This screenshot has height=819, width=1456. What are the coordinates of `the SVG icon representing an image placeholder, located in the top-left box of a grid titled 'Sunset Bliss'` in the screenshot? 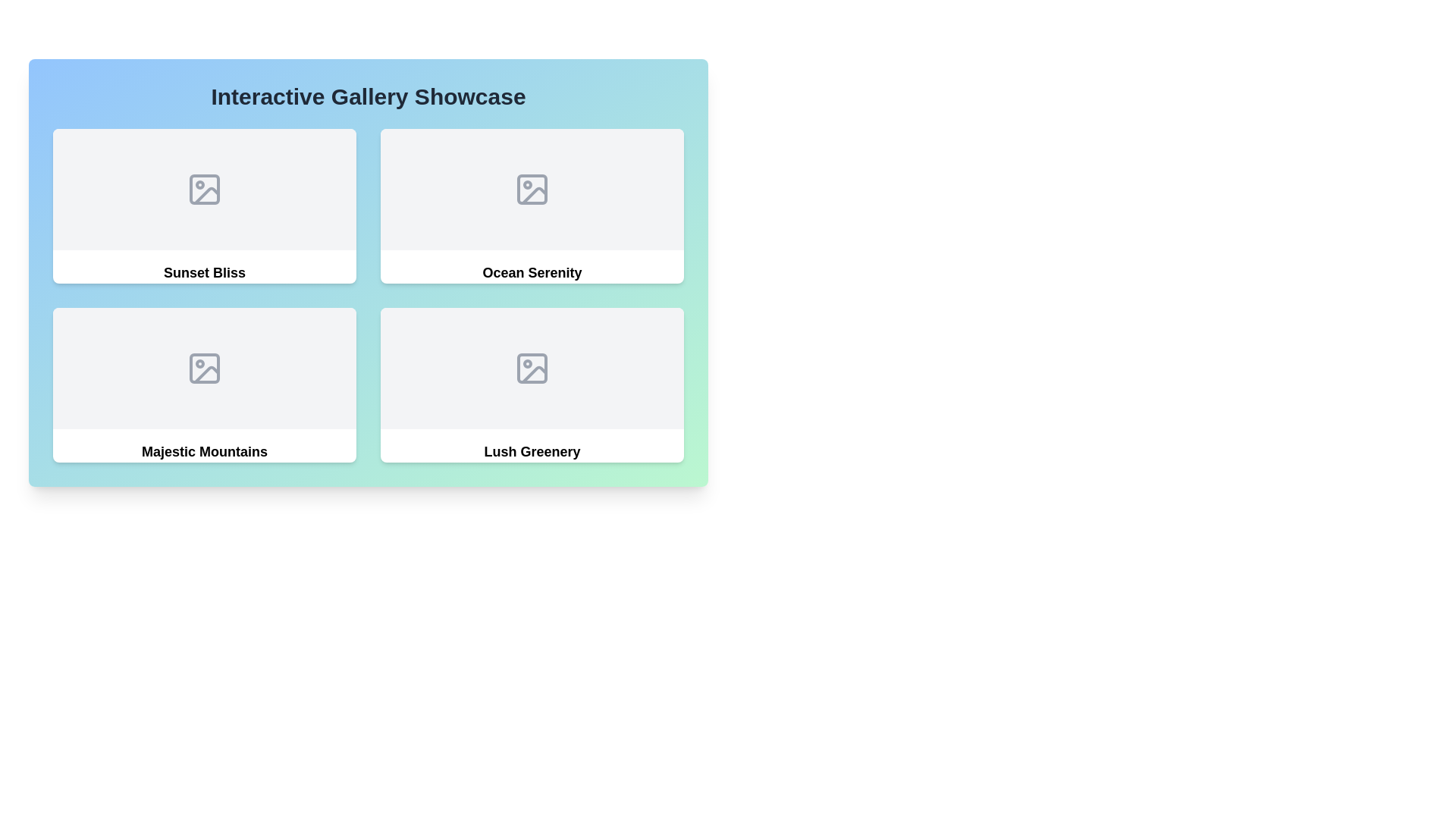 It's located at (203, 189).